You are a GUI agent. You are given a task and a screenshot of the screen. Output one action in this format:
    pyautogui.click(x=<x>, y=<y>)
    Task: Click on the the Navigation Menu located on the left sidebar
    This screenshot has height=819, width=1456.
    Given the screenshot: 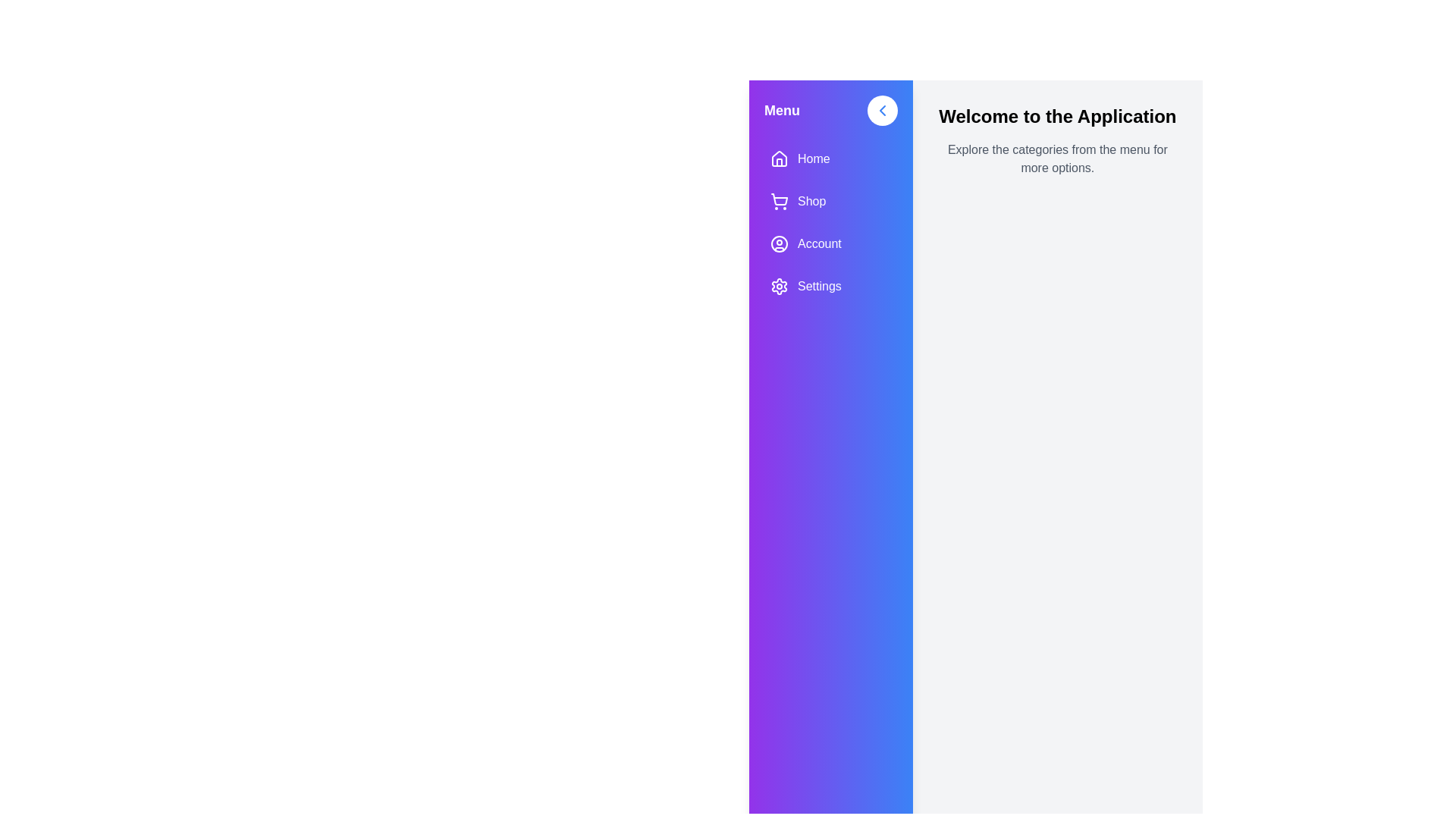 What is the action you would take?
    pyautogui.click(x=830, y=222)
    